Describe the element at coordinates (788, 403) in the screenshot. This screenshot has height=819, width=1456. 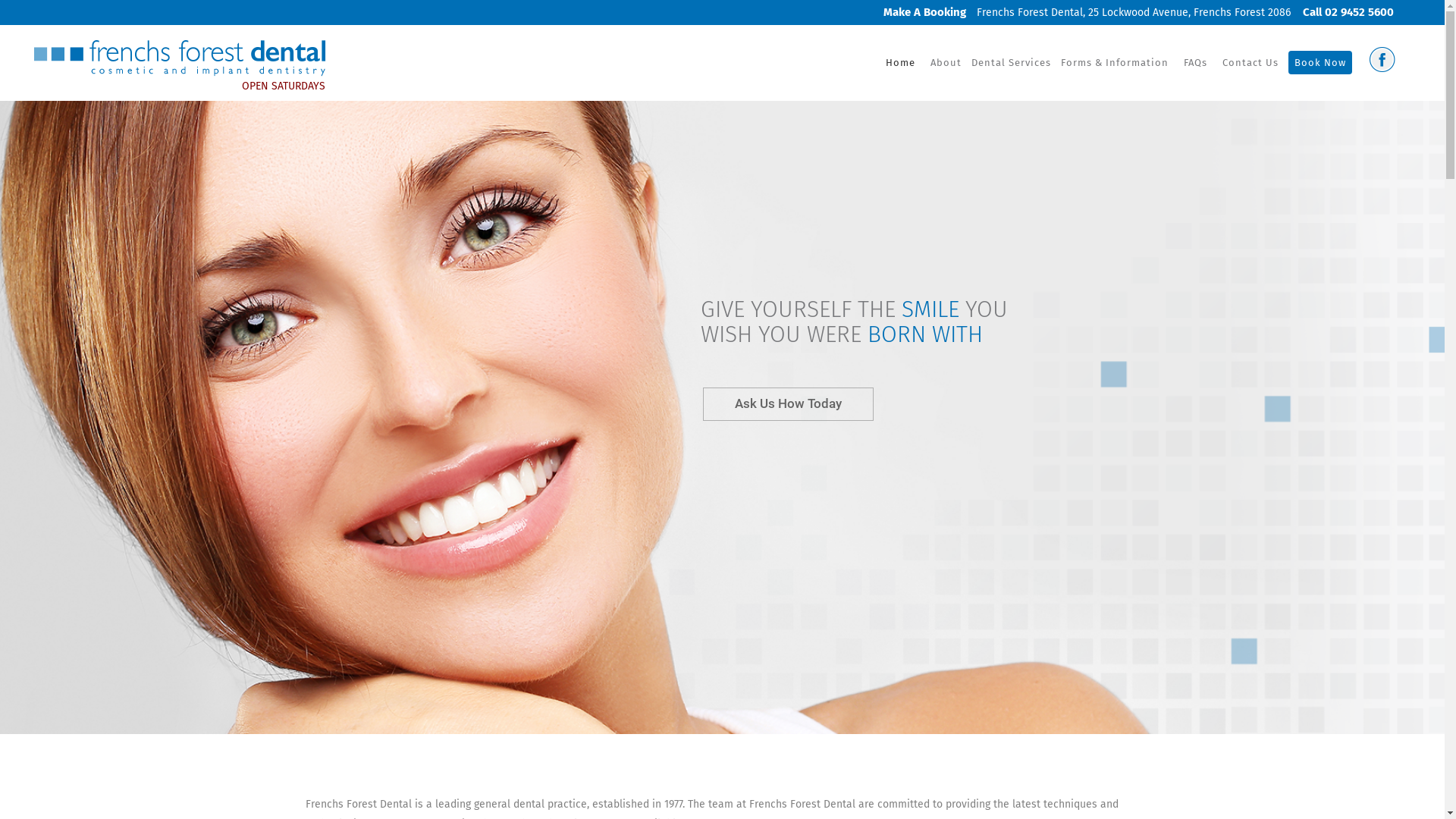
I see `'Ask Us How Today'` at that location.